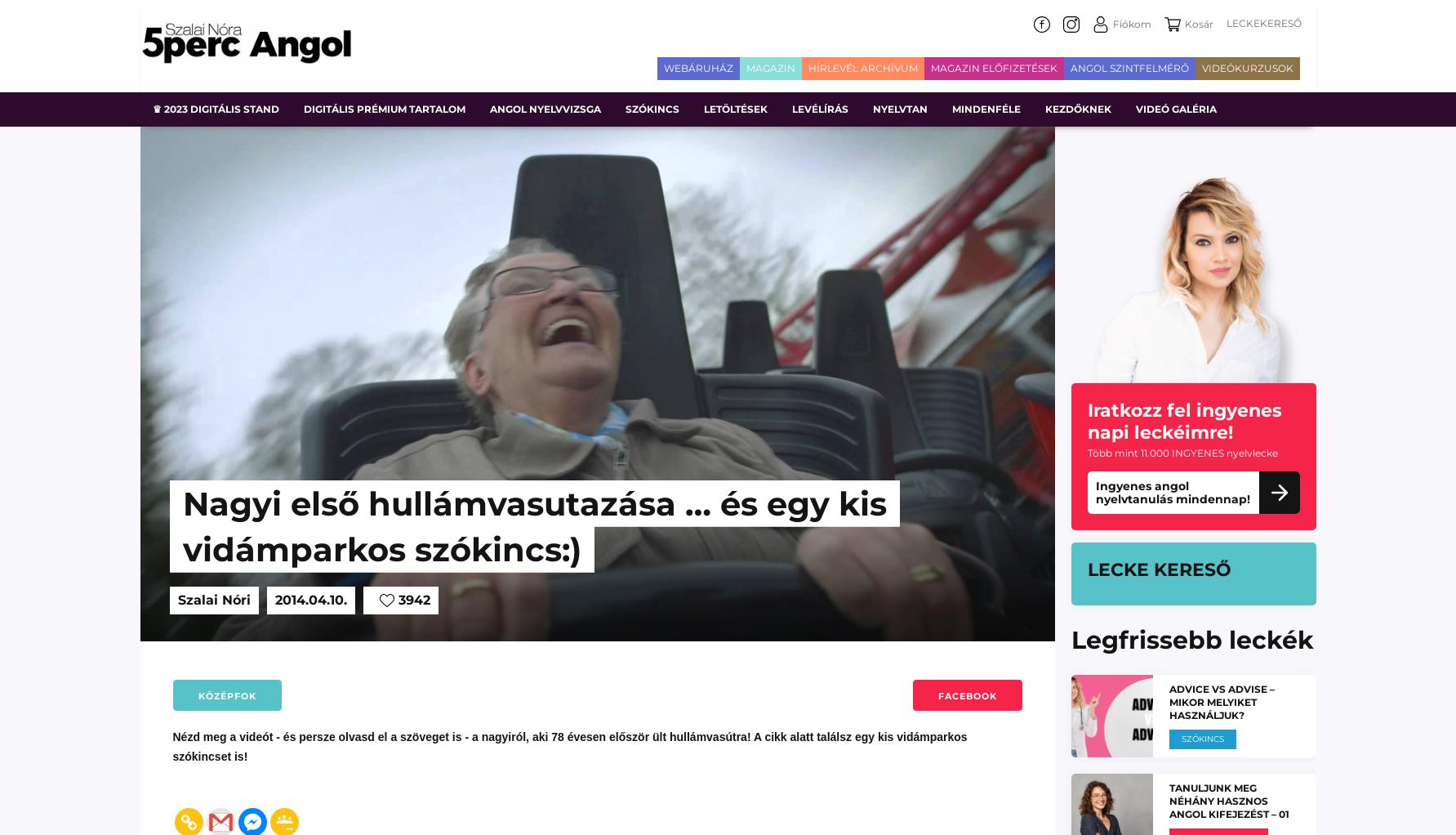 The image size is (1456, 835). Describe the element at coordinates (1169, 799) in the screenshot. I see `'Tanuljunk meg néhány hasznos angol kifejezést – 01'` at that location.